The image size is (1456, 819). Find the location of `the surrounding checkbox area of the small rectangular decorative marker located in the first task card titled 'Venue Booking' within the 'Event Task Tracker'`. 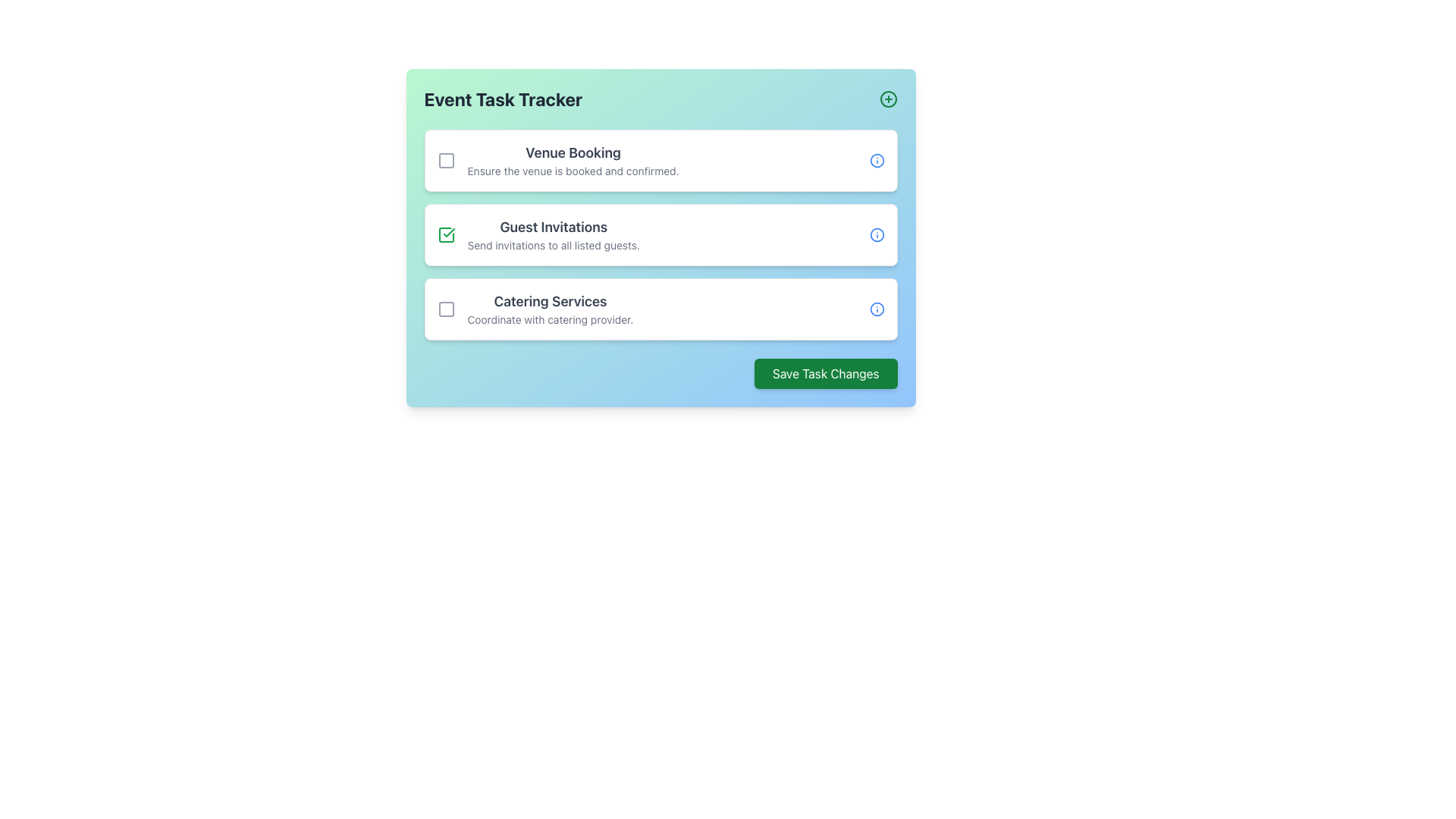

the surrounding checkbox area of the small rectangular decorative marker located in the first task card titled 'Venue Booking' within the 'Event Task Tracker' is located at coordinates (445, 161).